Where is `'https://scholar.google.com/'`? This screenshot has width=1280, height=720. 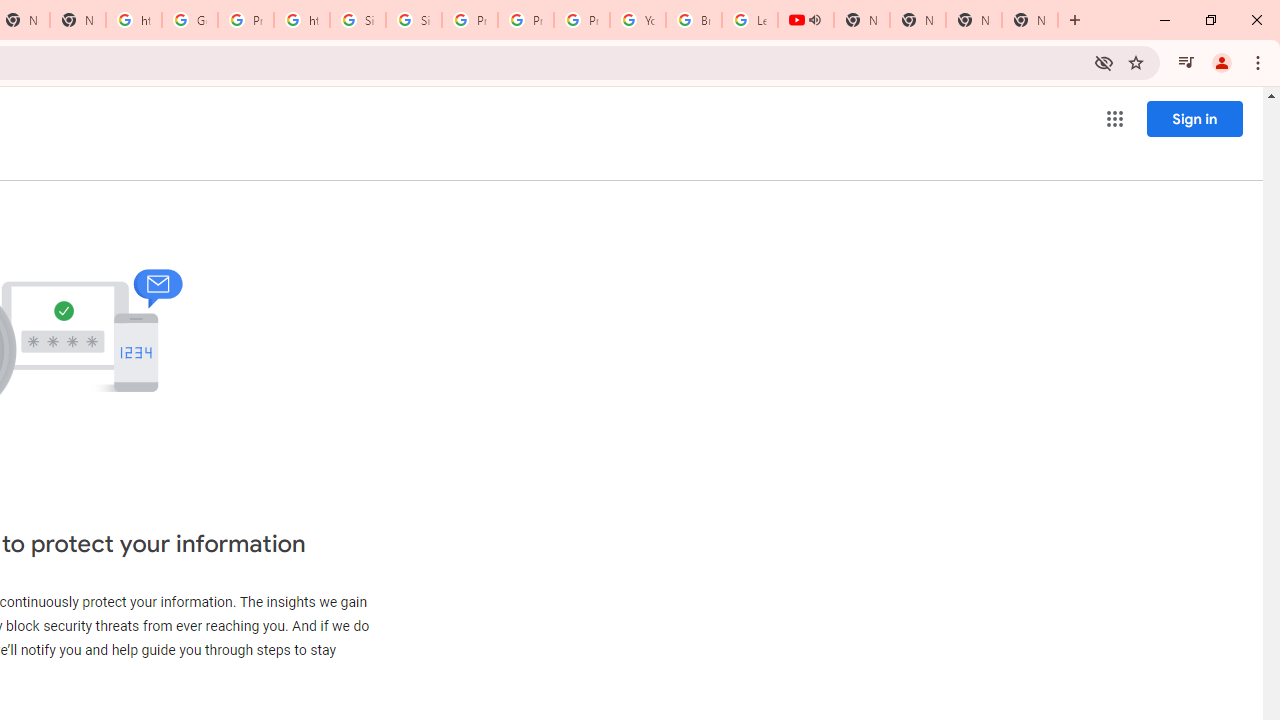 'https://scholar.google.com/' is located at coordinates (301, 20).